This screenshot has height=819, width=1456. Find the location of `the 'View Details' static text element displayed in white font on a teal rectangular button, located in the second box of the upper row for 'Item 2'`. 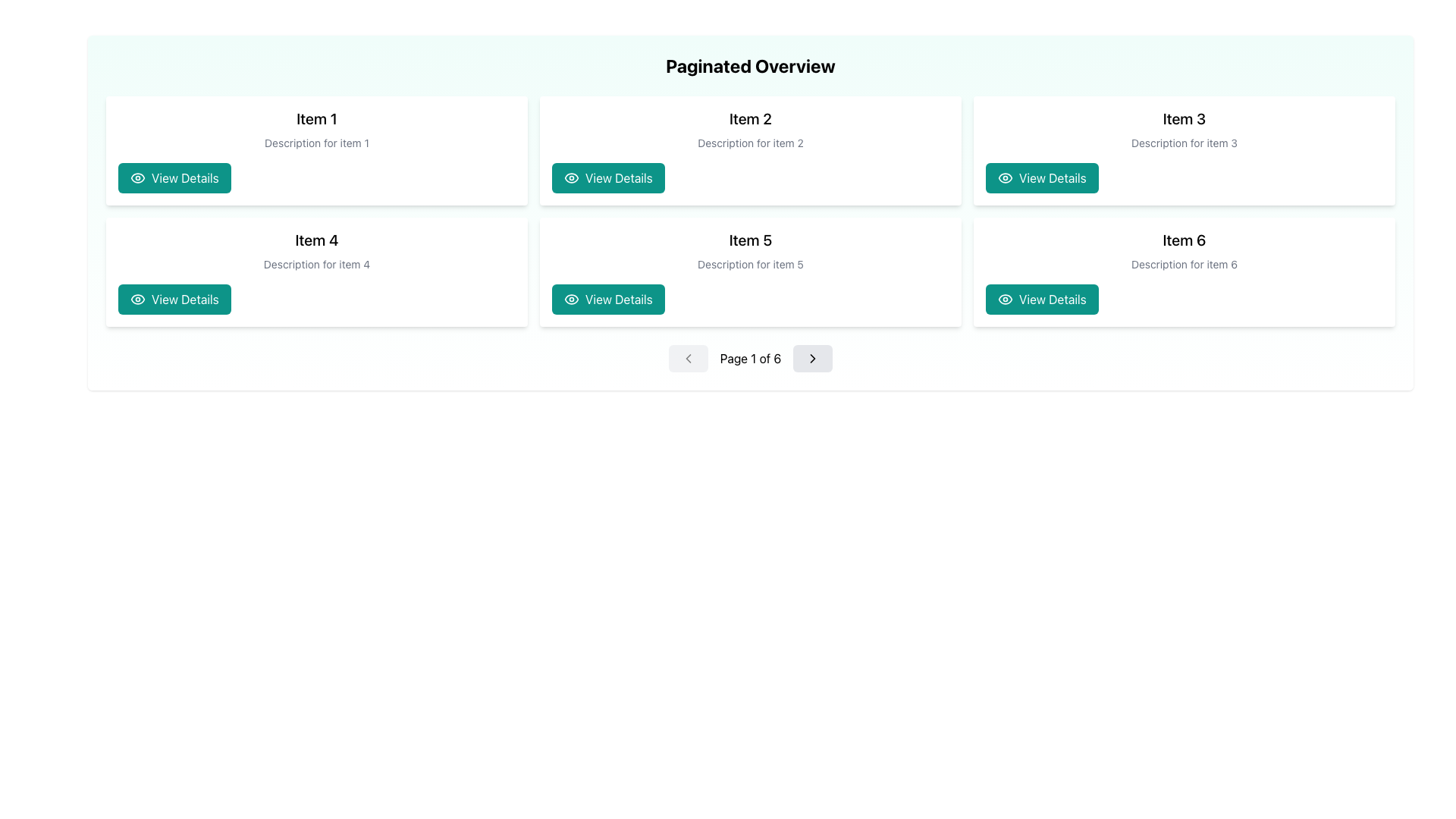

the 'View Details' static text element displayed in white font on a teal rectangular button, located in the second box of the upper row for 'Item 2' is located at coordinates (619, 177).